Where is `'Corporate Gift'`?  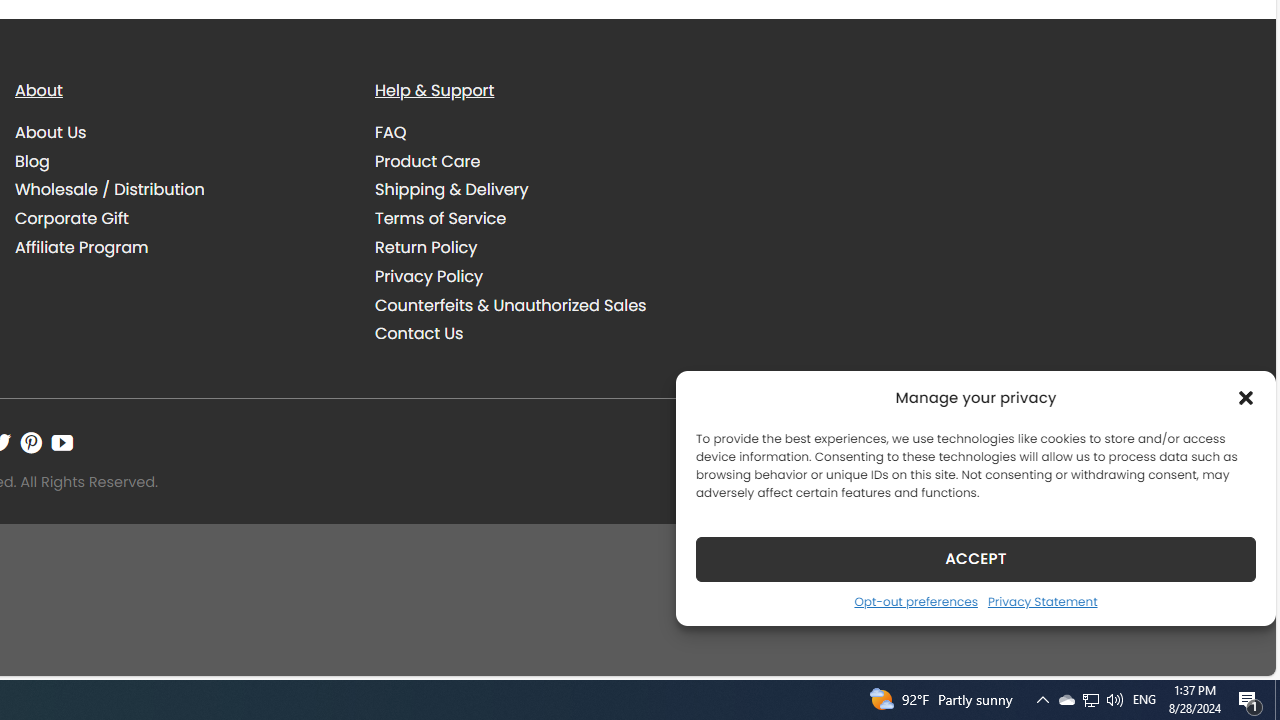
'Corporate Gift' is located at coordinates (180, 218).